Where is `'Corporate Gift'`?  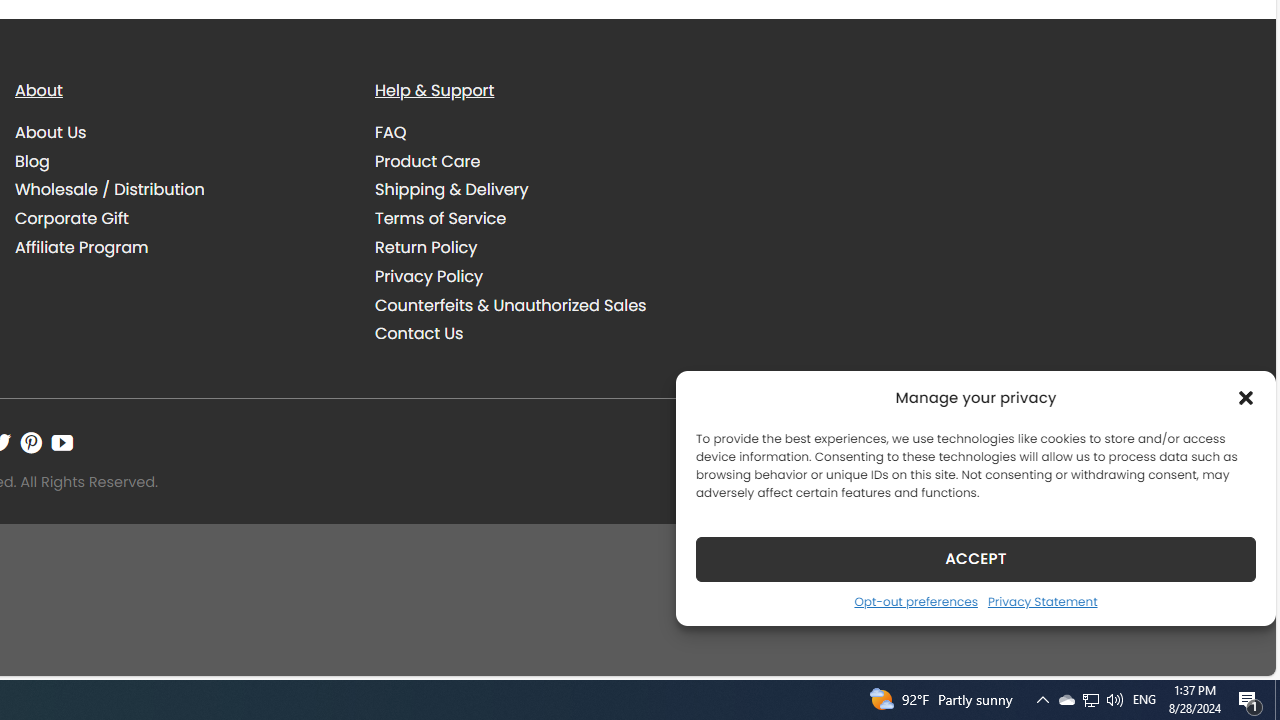
'Corporate Gift' is located at coordinates (180, 218).